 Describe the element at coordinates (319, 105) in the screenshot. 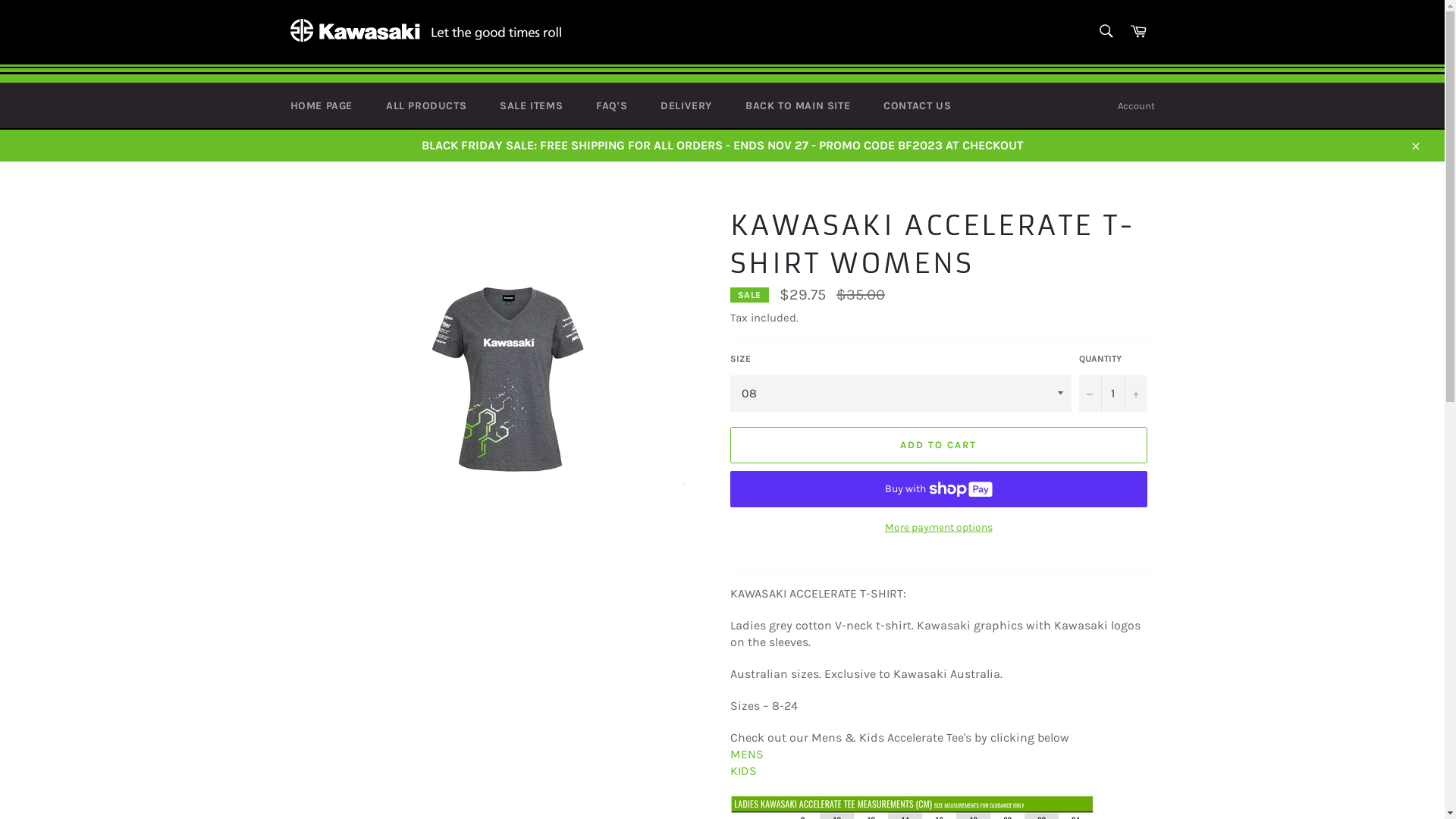

I see `'HOME PAGE'` at that location.